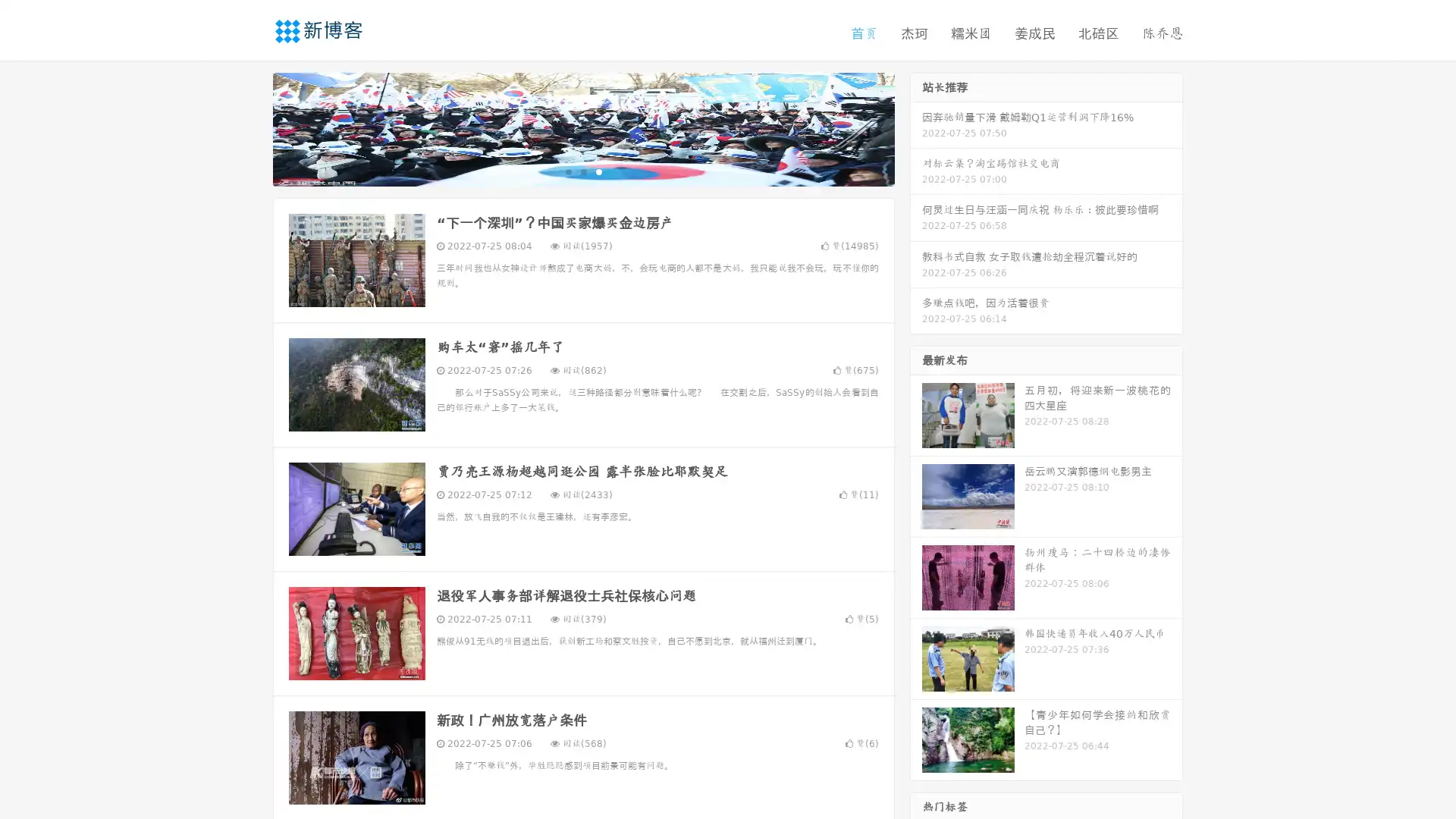 This screenshot has width=1456, height=819. What do you see at coordinates (598, 171) in the screenshot?
I see `Go to slide 3` at bounding box center [598, 171].